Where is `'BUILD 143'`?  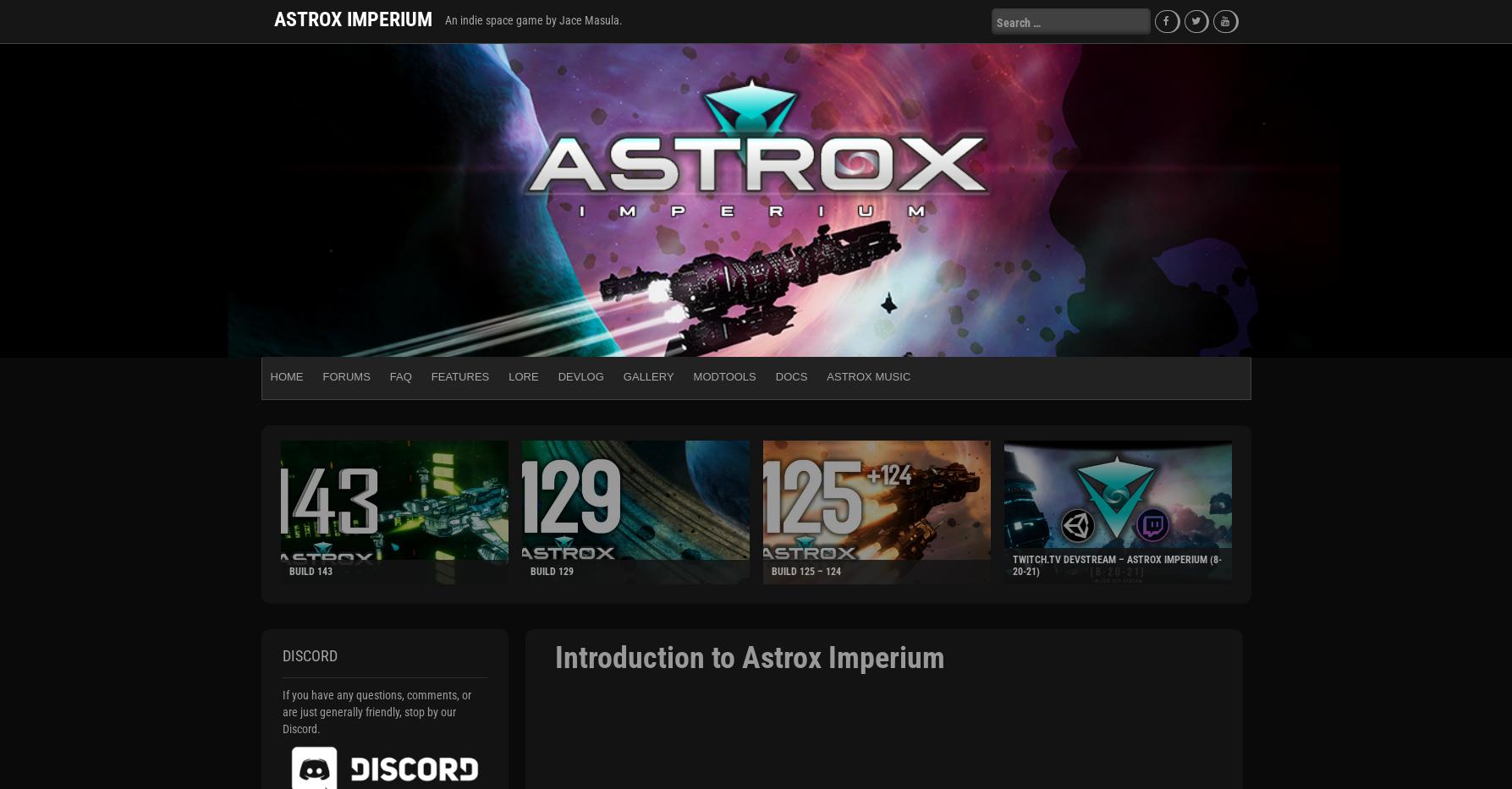 'BUILD 143' is located at coordinates (287, 571).